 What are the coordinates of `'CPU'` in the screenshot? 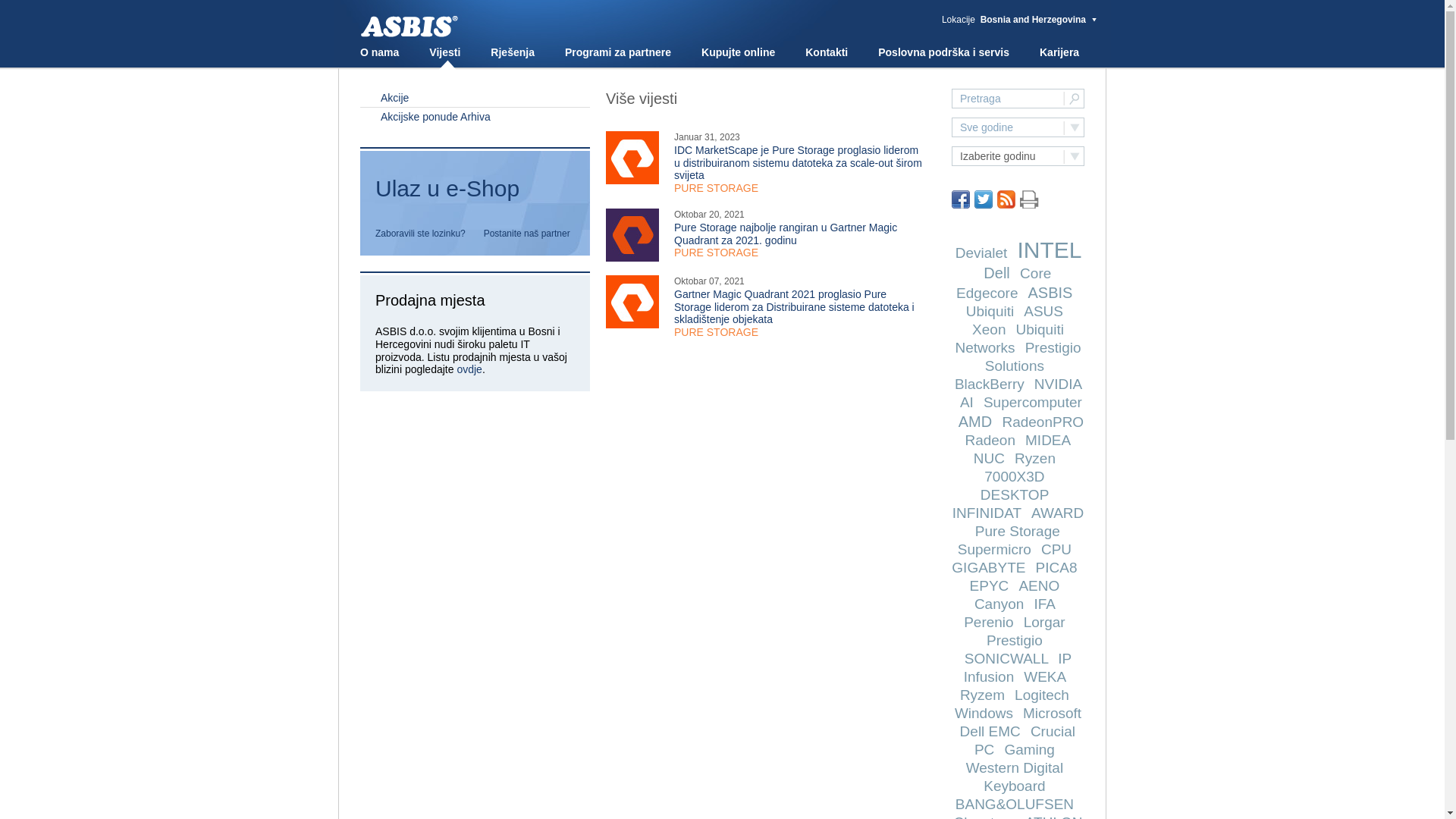 It's located at (1055, 549).